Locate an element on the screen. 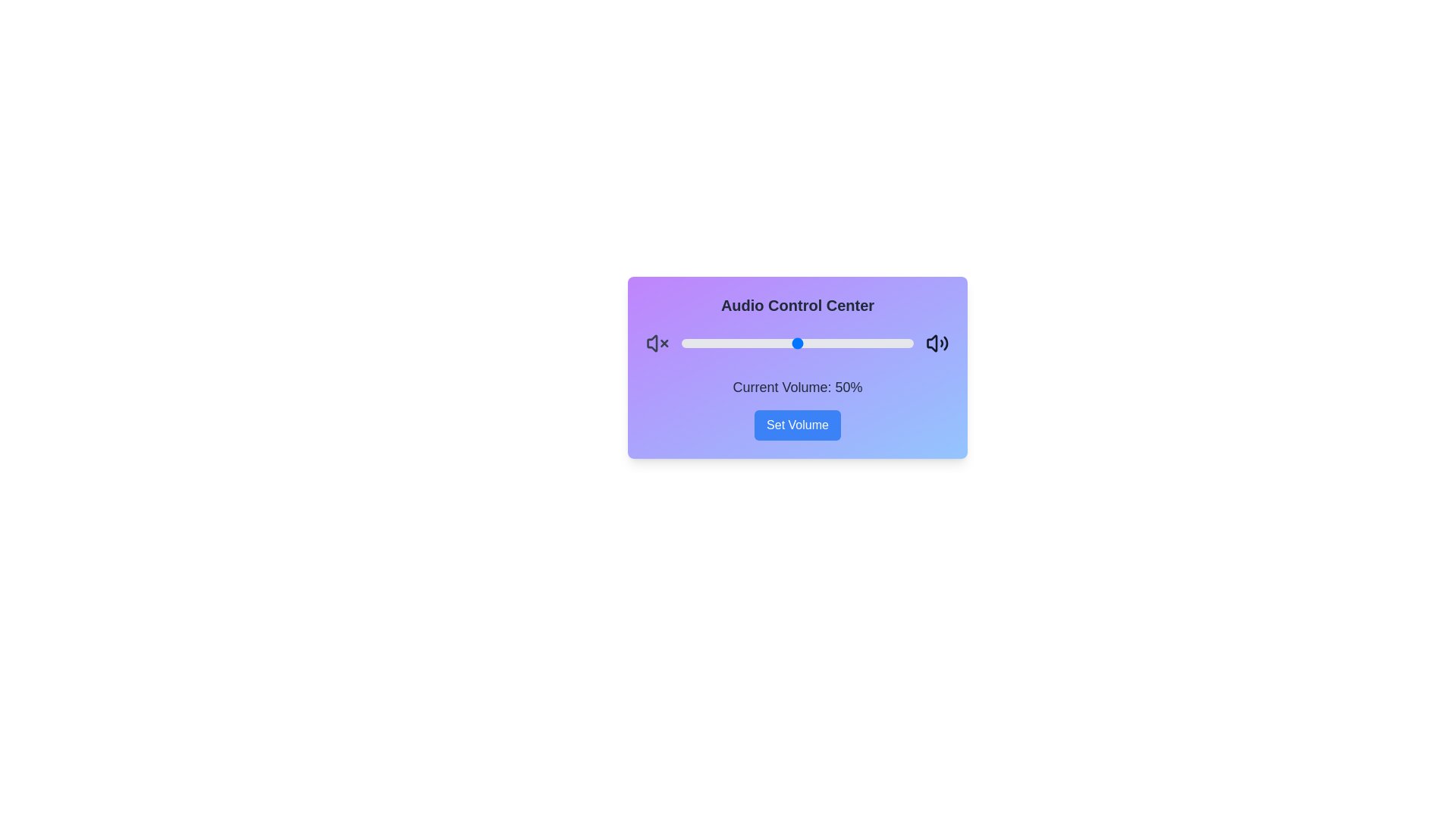 This screenshot has height=819, width=1456. the volume slider to set the volume to 68% is located at coordinates (839, 343).